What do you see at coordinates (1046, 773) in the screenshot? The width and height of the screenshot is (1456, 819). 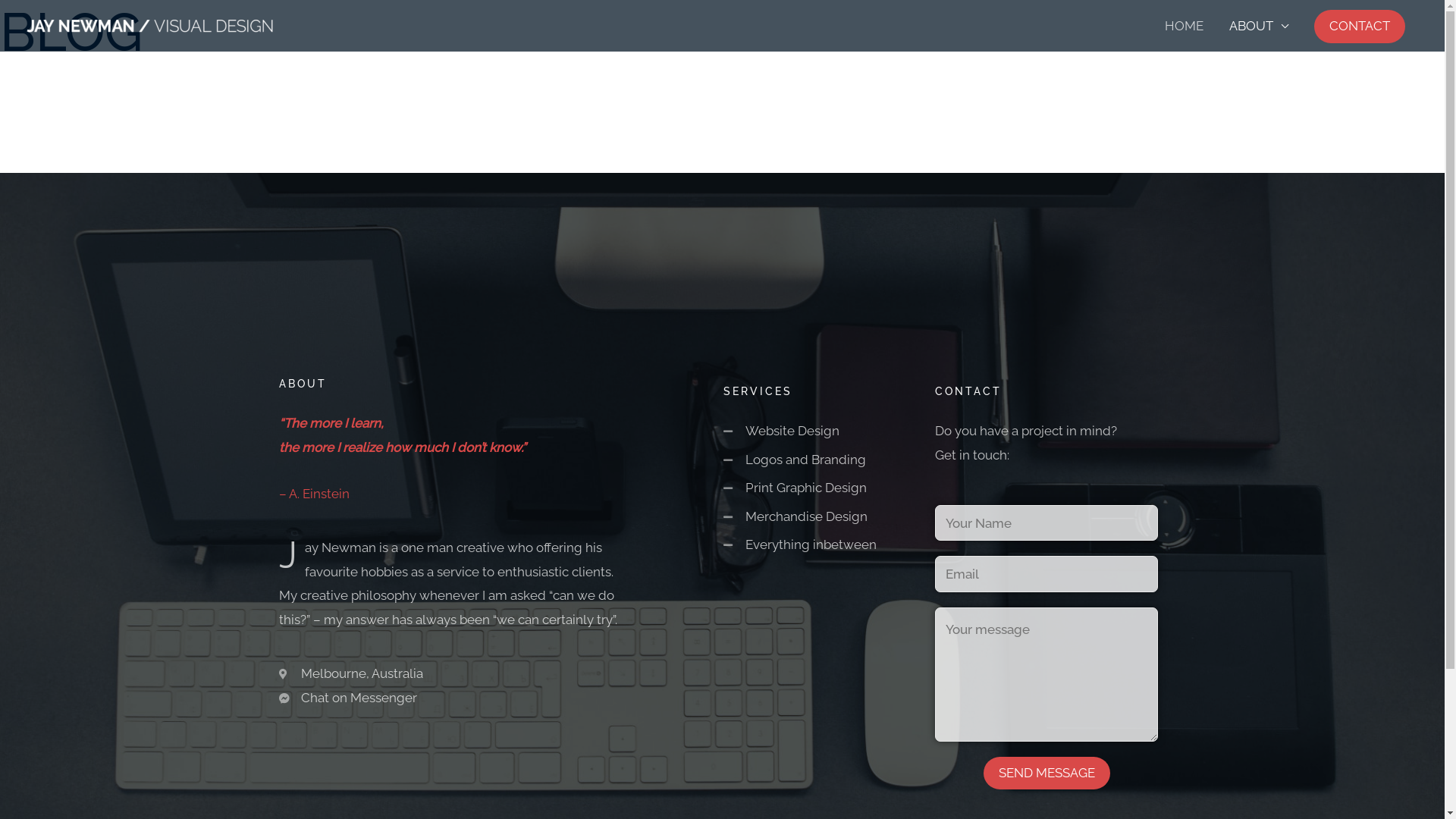 I see `'SEND MESSAGE'` at bounding box center [1046, 773].